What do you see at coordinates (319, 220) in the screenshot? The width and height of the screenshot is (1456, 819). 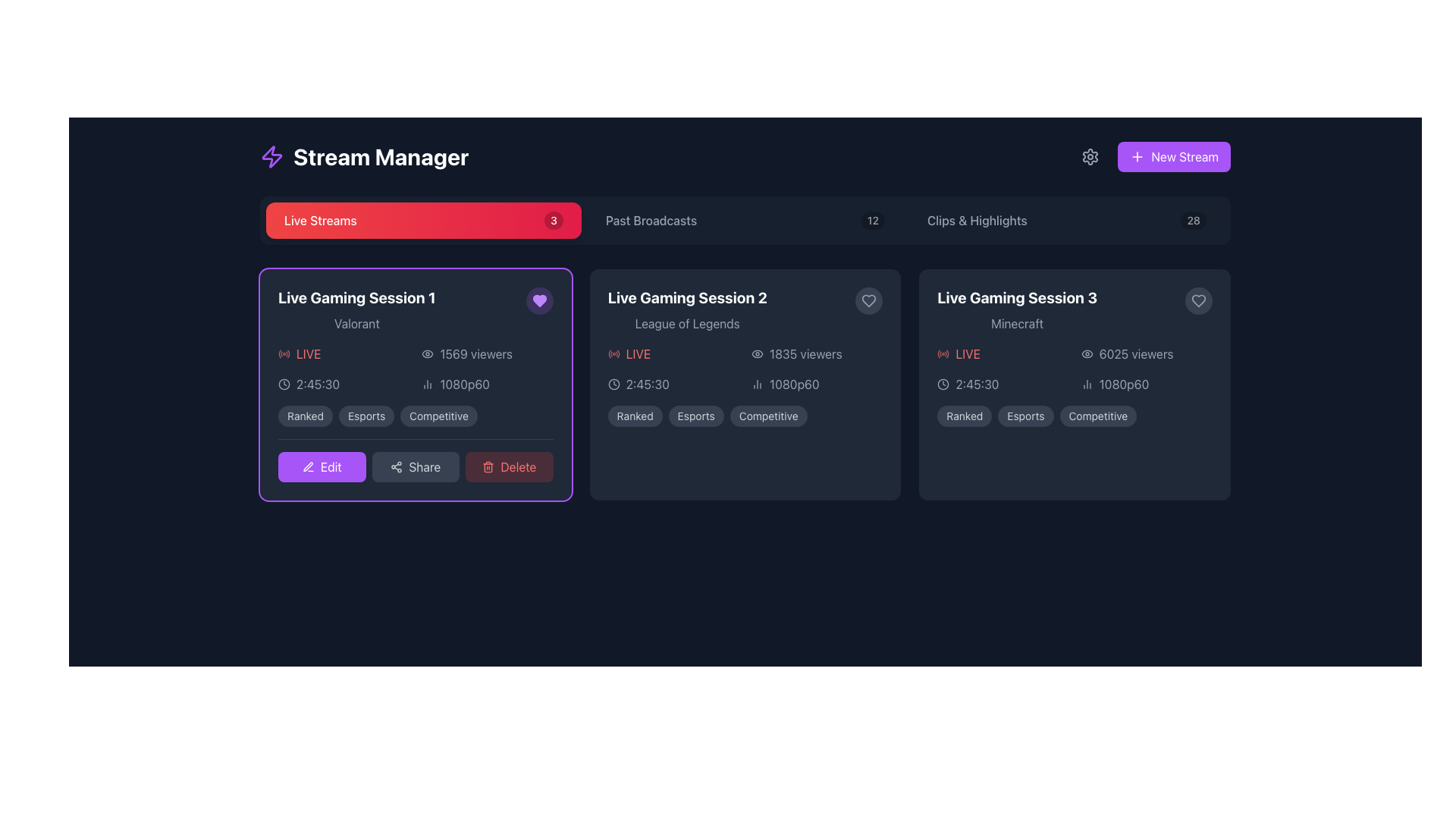 I see `the 'Live Streams' static text label, which is displayed in a bold white font on a prominent red button in the top section of the interface` at bounding box center [319, 220].